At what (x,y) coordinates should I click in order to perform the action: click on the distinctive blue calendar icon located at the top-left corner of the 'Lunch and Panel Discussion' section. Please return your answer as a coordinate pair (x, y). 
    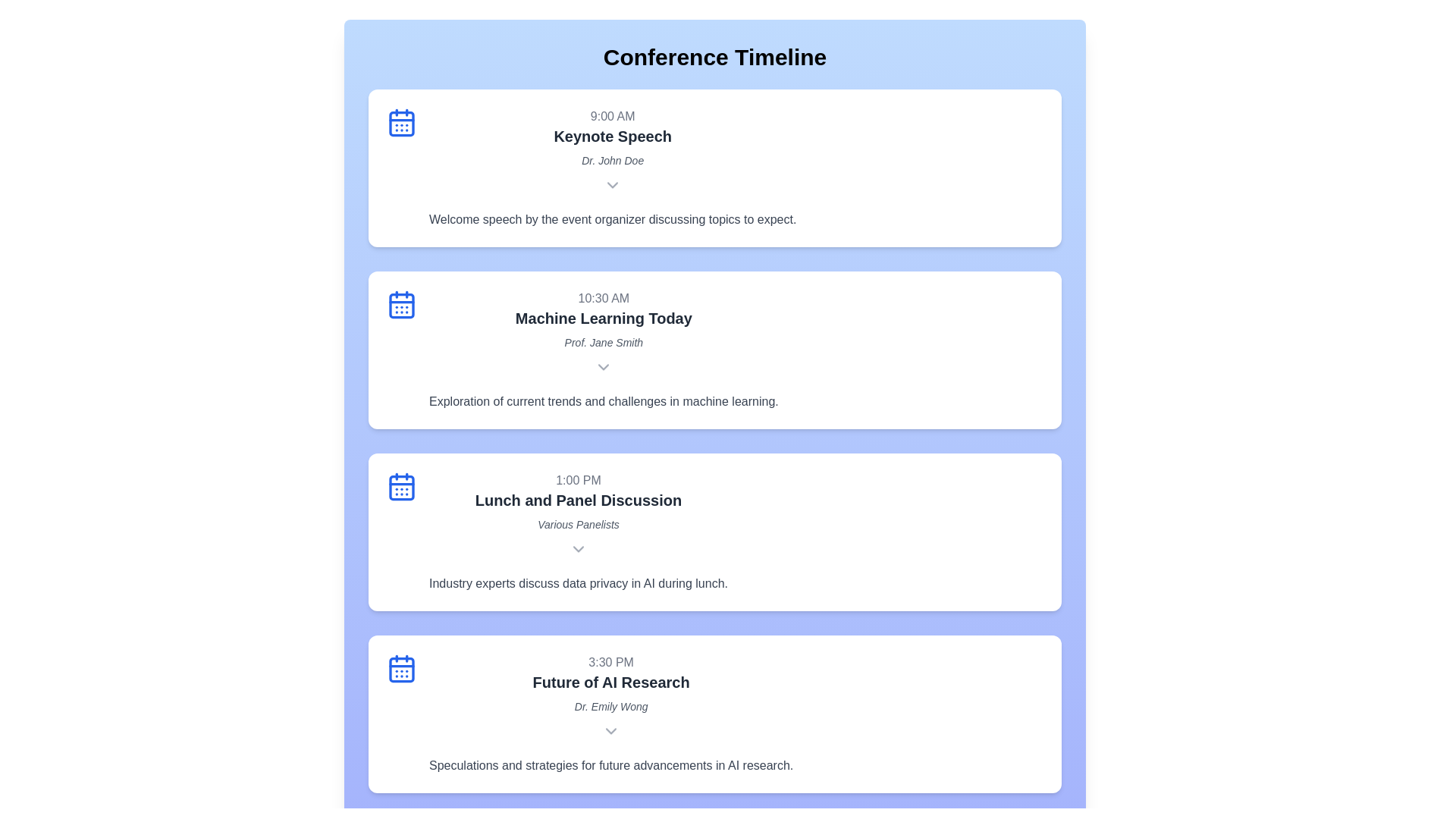
    Looking at the image, I should click on (401, 486).